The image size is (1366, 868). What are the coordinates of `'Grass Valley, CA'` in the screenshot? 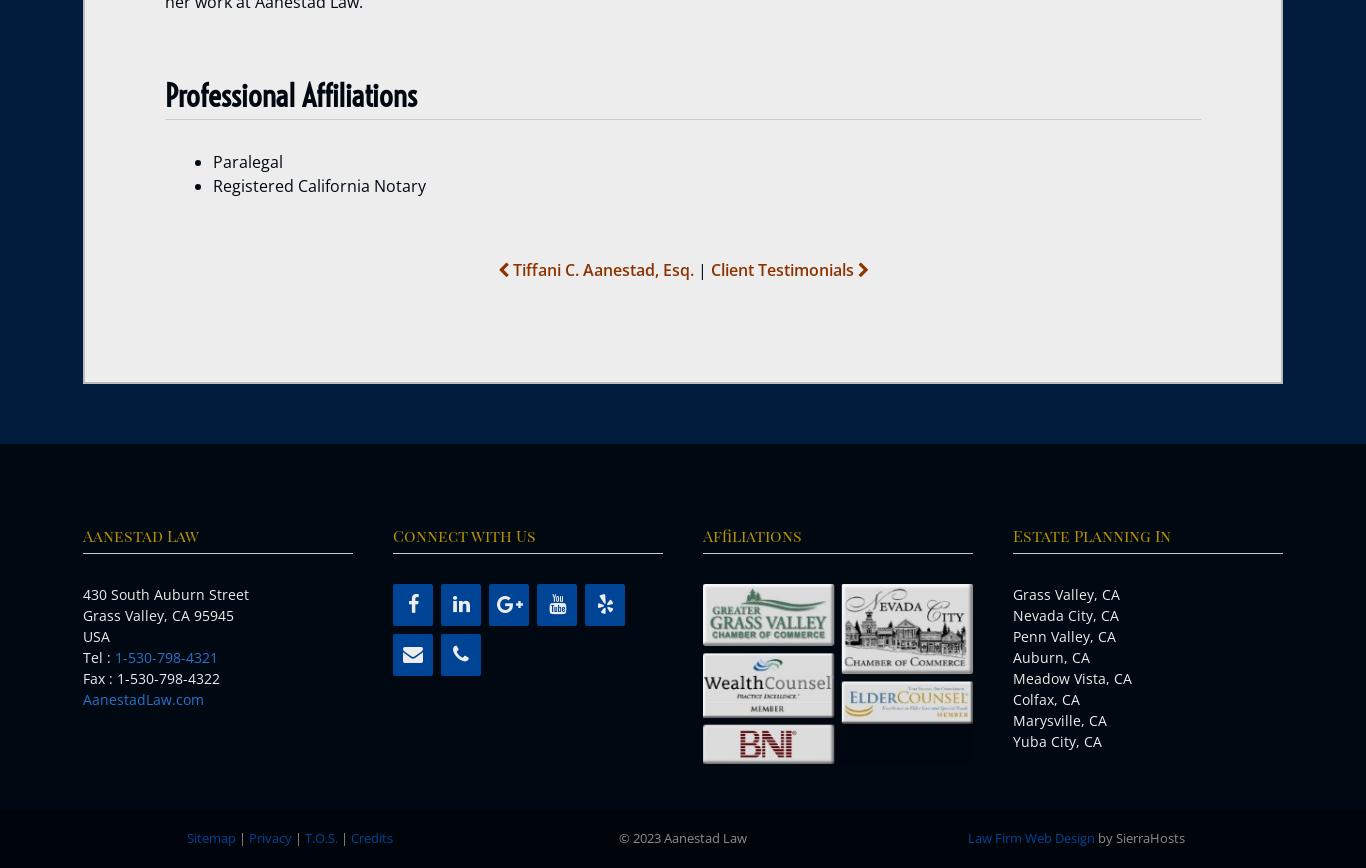 It's located at (1065, 594).